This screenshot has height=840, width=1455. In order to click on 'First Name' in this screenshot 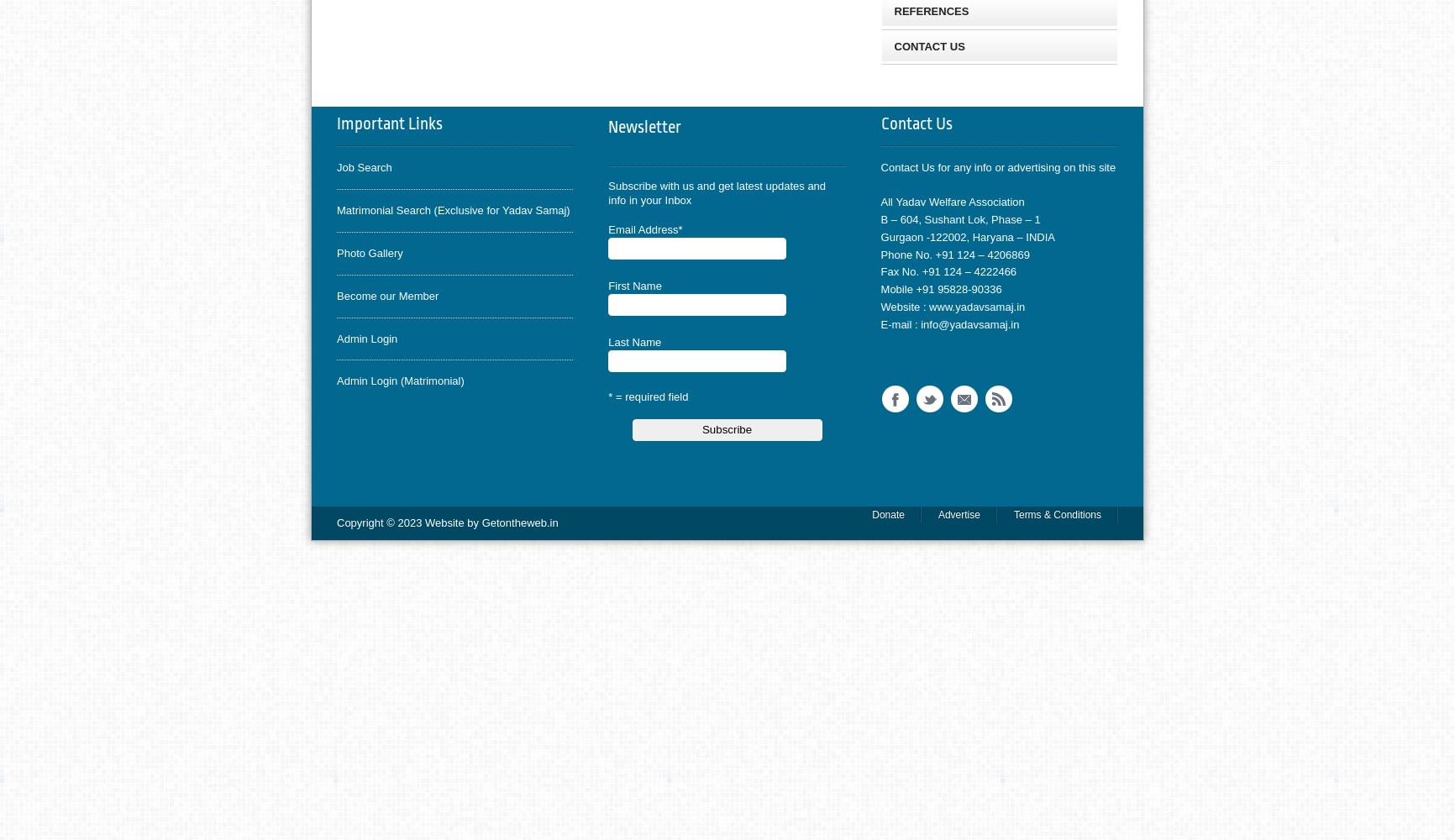, I will do `click(633, 284)`.